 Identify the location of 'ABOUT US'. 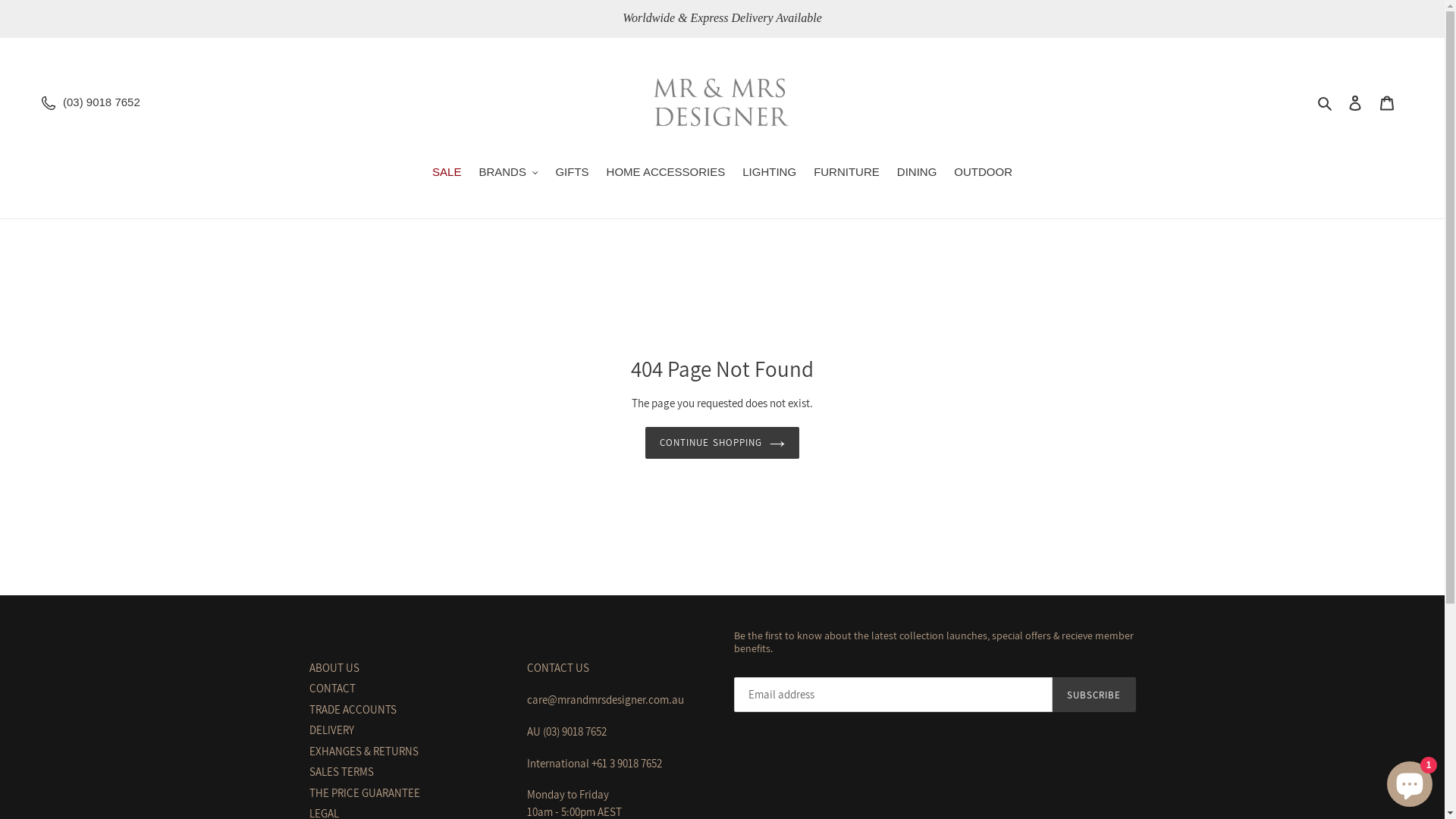
(334, 667).